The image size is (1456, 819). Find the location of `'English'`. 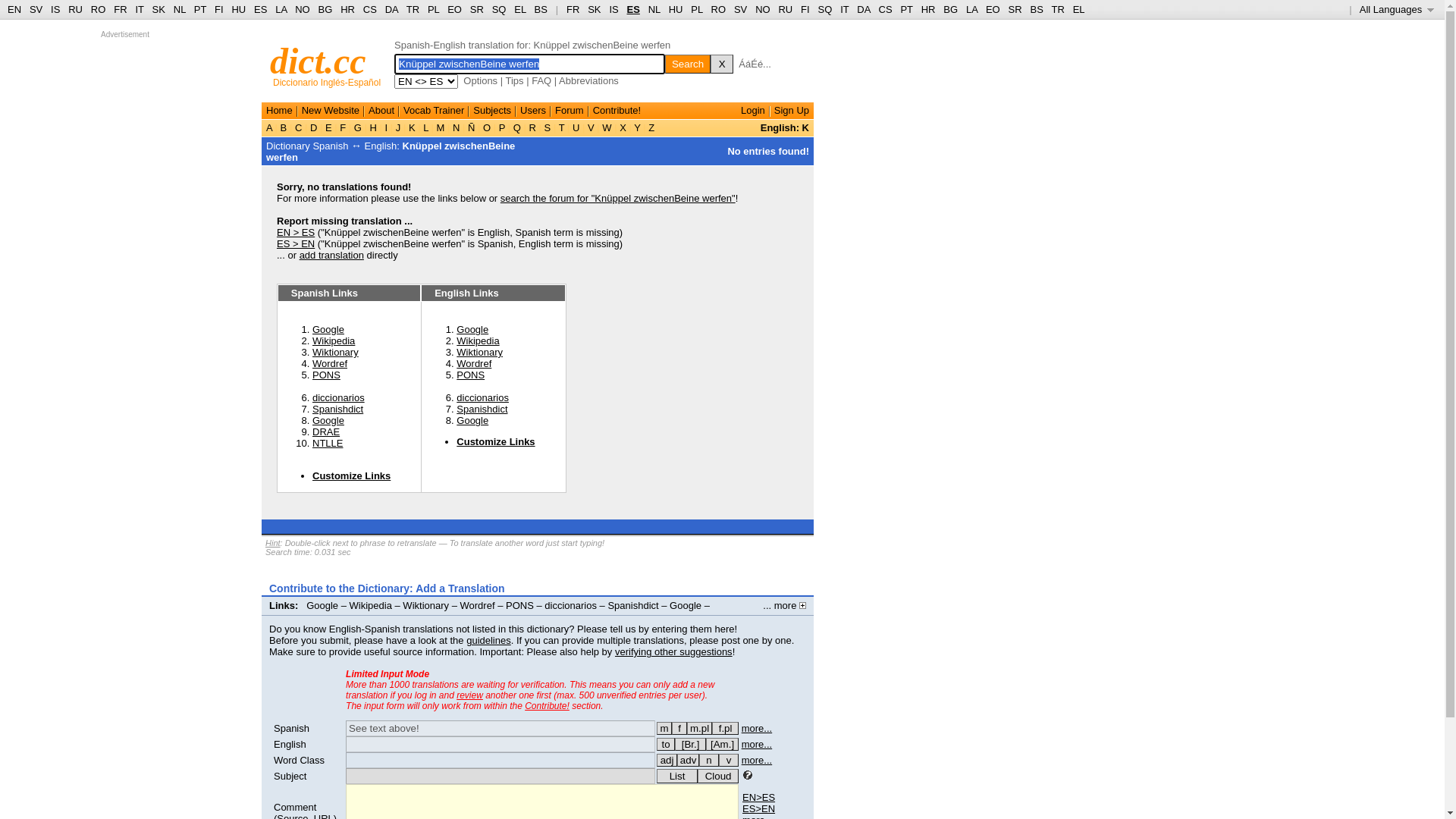

'English' is located at coordinates (290, 743).